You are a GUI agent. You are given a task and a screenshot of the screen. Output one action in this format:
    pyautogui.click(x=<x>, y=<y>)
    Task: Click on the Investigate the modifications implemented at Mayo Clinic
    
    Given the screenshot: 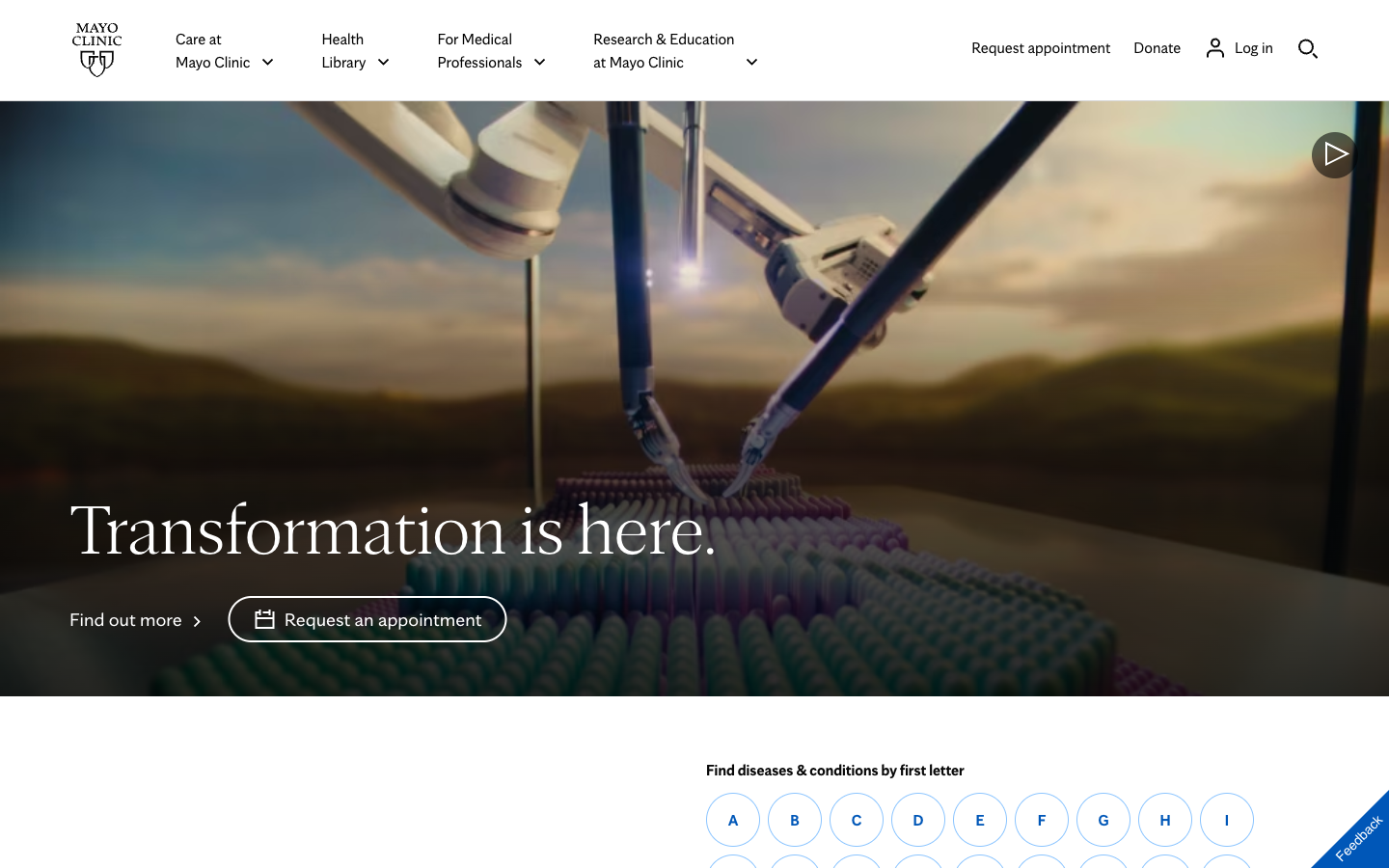 What is the action you would take?
    pyautogui.click(x=136, y=618)
    